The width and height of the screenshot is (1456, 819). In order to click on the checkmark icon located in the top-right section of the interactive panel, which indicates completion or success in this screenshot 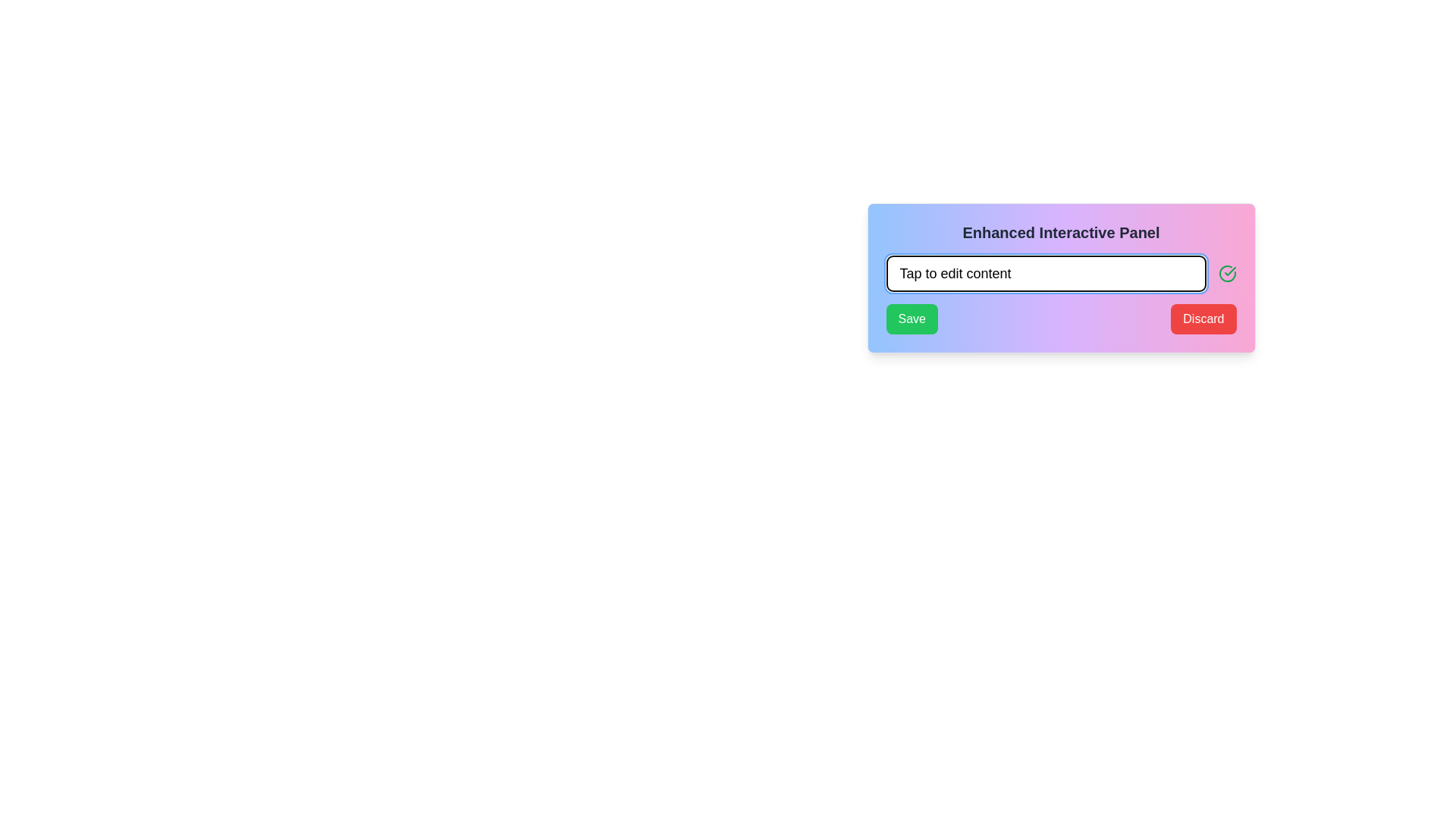, I will do `click(1230, 271)`.